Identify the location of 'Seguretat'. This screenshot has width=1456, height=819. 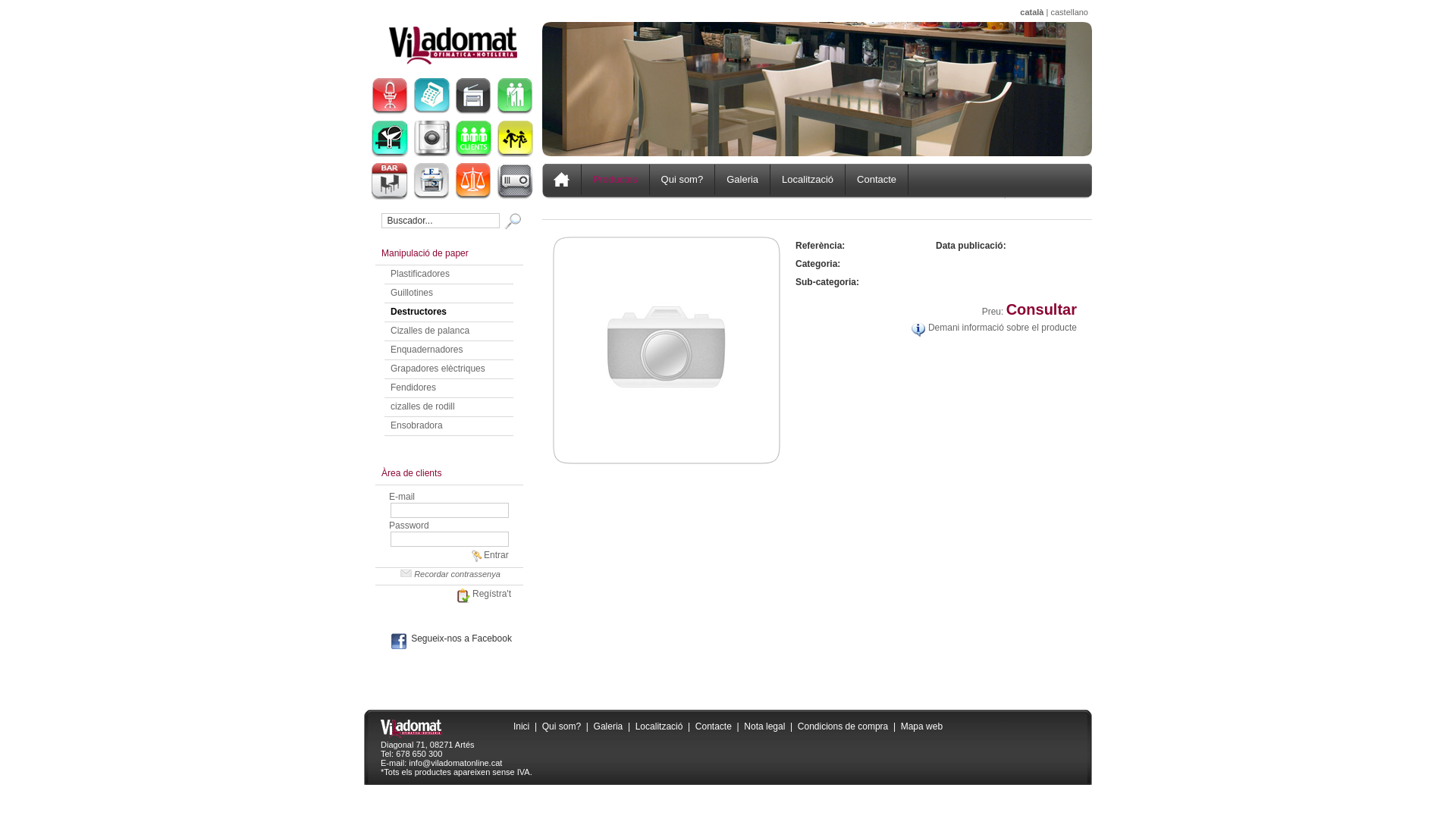
(431, 138).